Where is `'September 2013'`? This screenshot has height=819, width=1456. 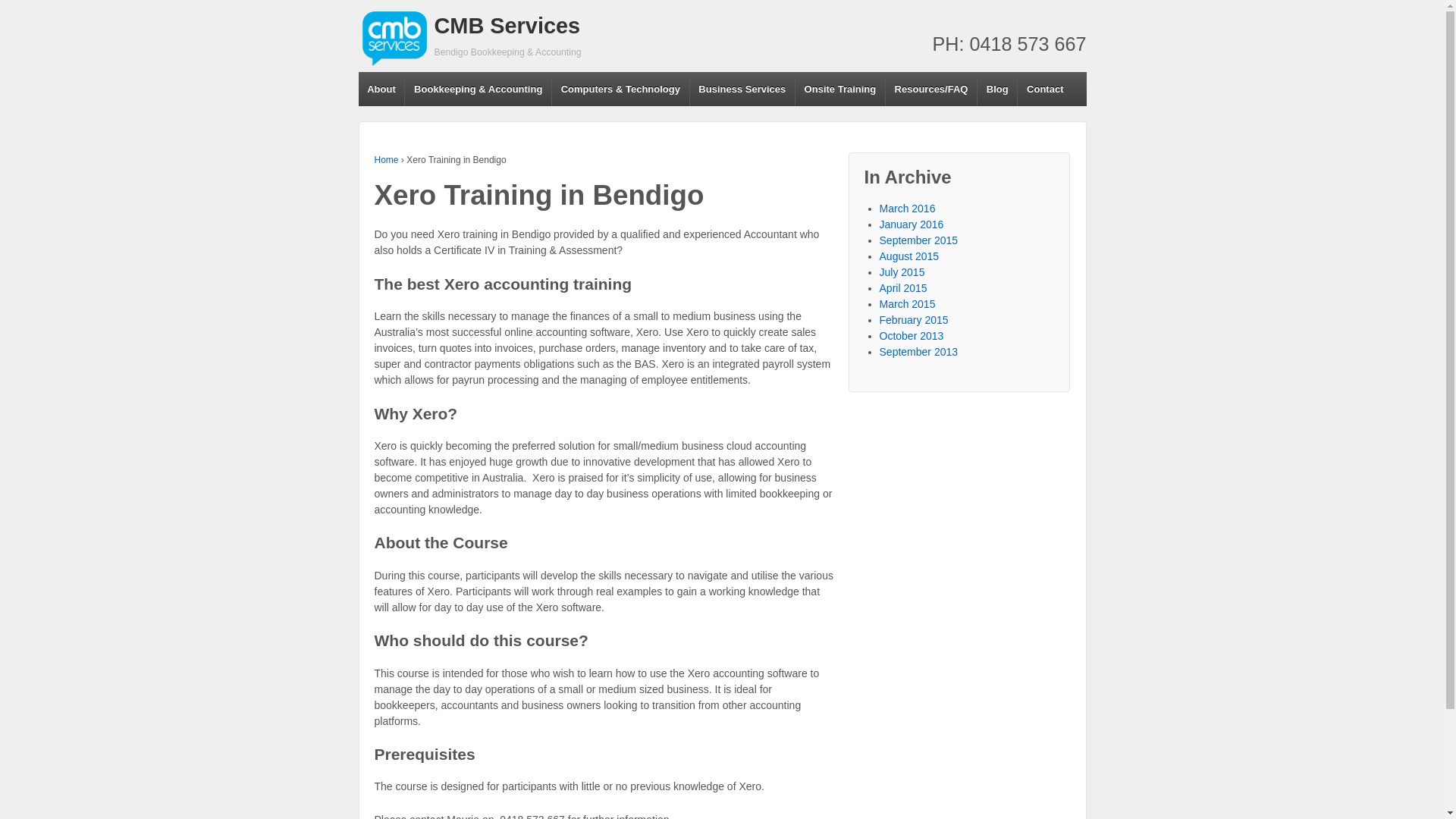 'September 2013' is located at coordinates (880, 351).